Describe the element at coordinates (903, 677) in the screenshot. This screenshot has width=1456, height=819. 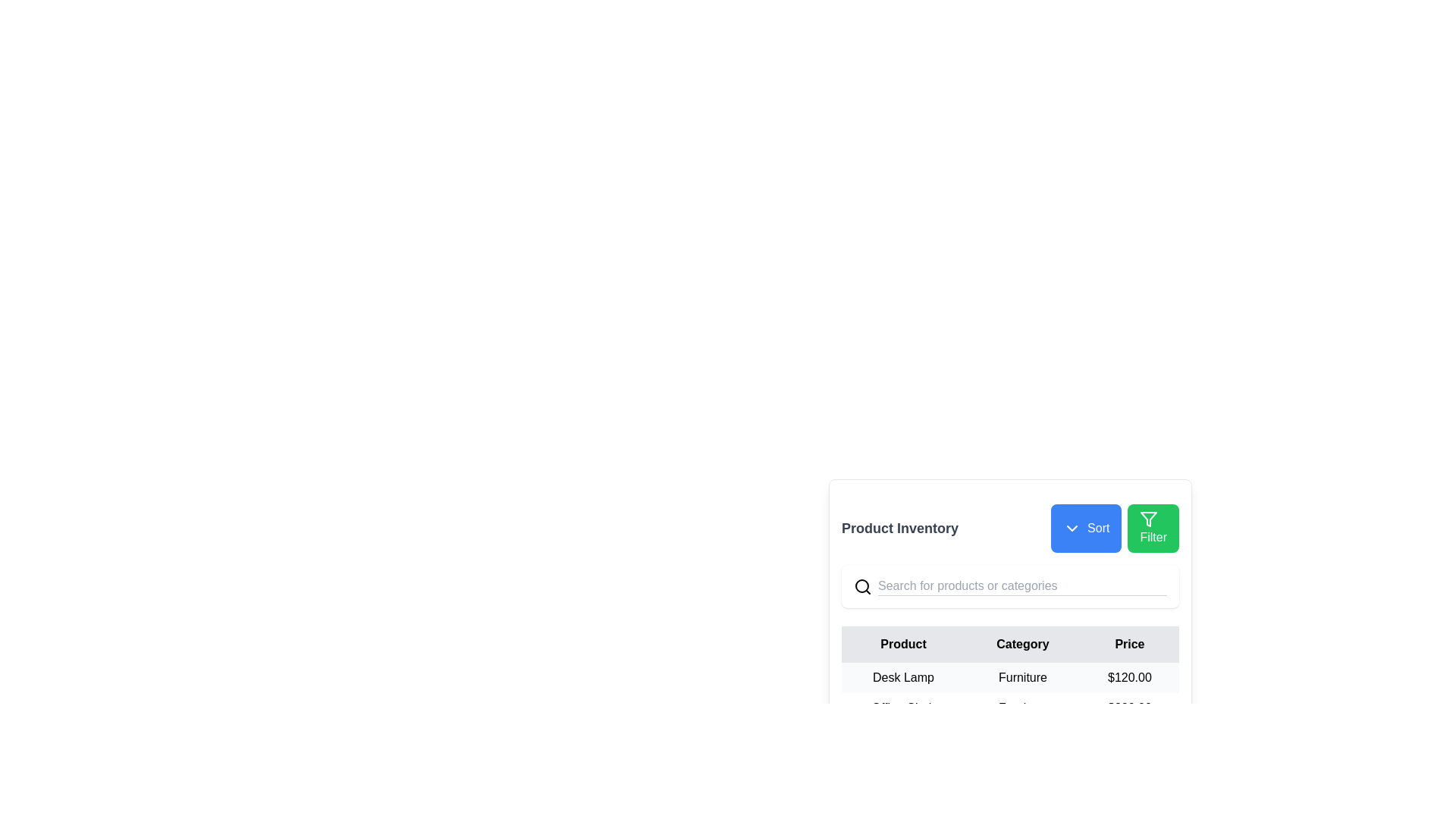
I see `text label displaying 'Desk Lamp' located in the first column of the table under the header 'Product'` at that location.